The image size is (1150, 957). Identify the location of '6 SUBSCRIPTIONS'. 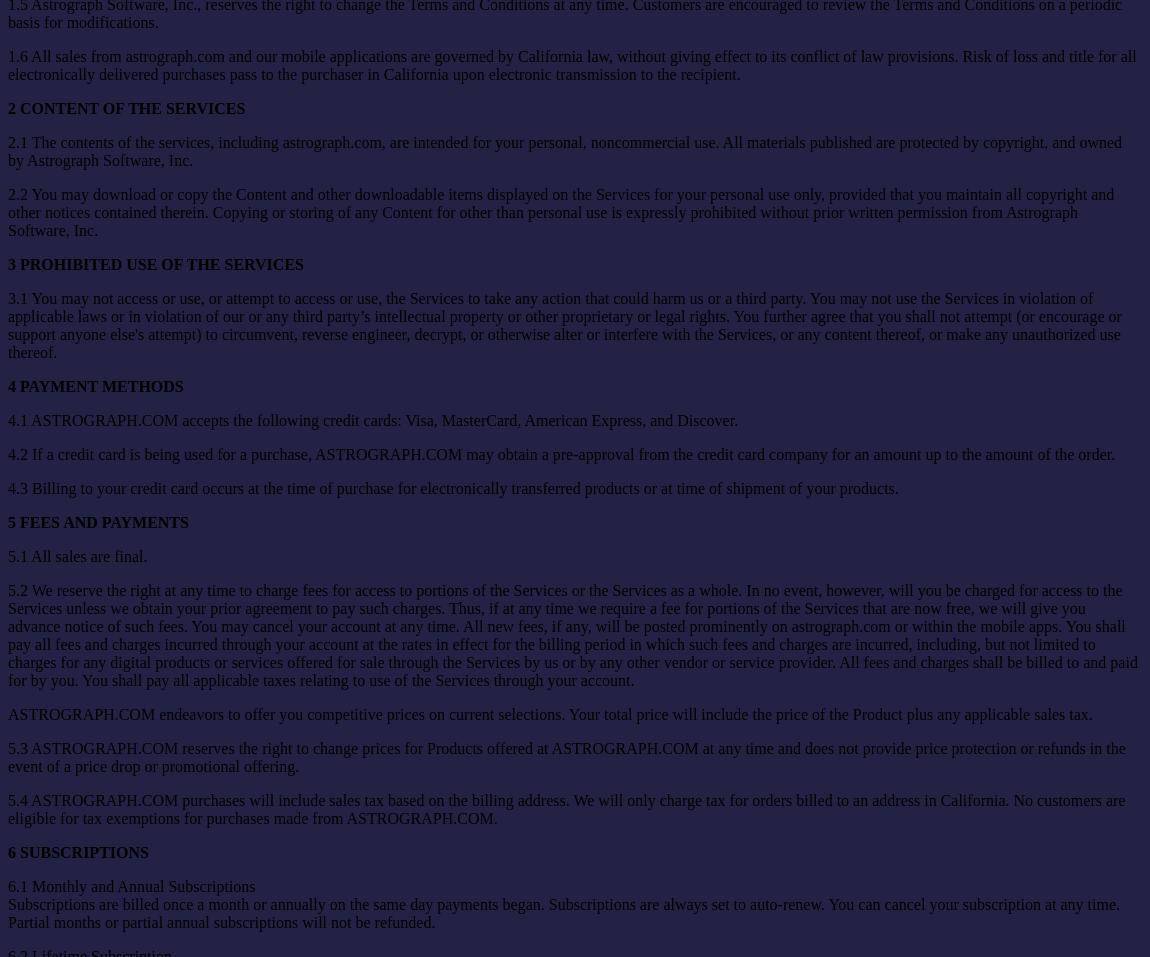
(7, 850).